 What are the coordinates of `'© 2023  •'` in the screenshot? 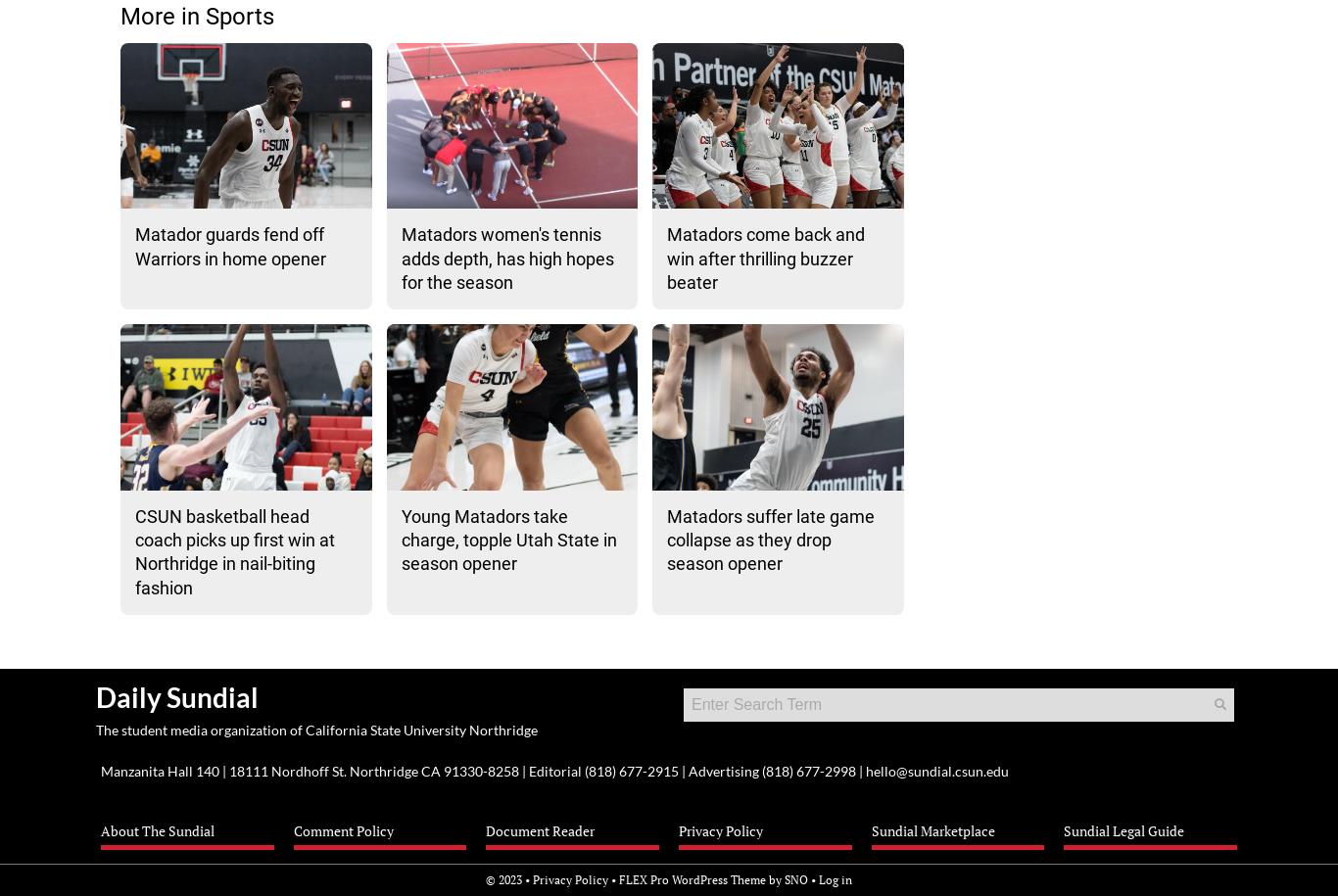 It's located at (509, 877).